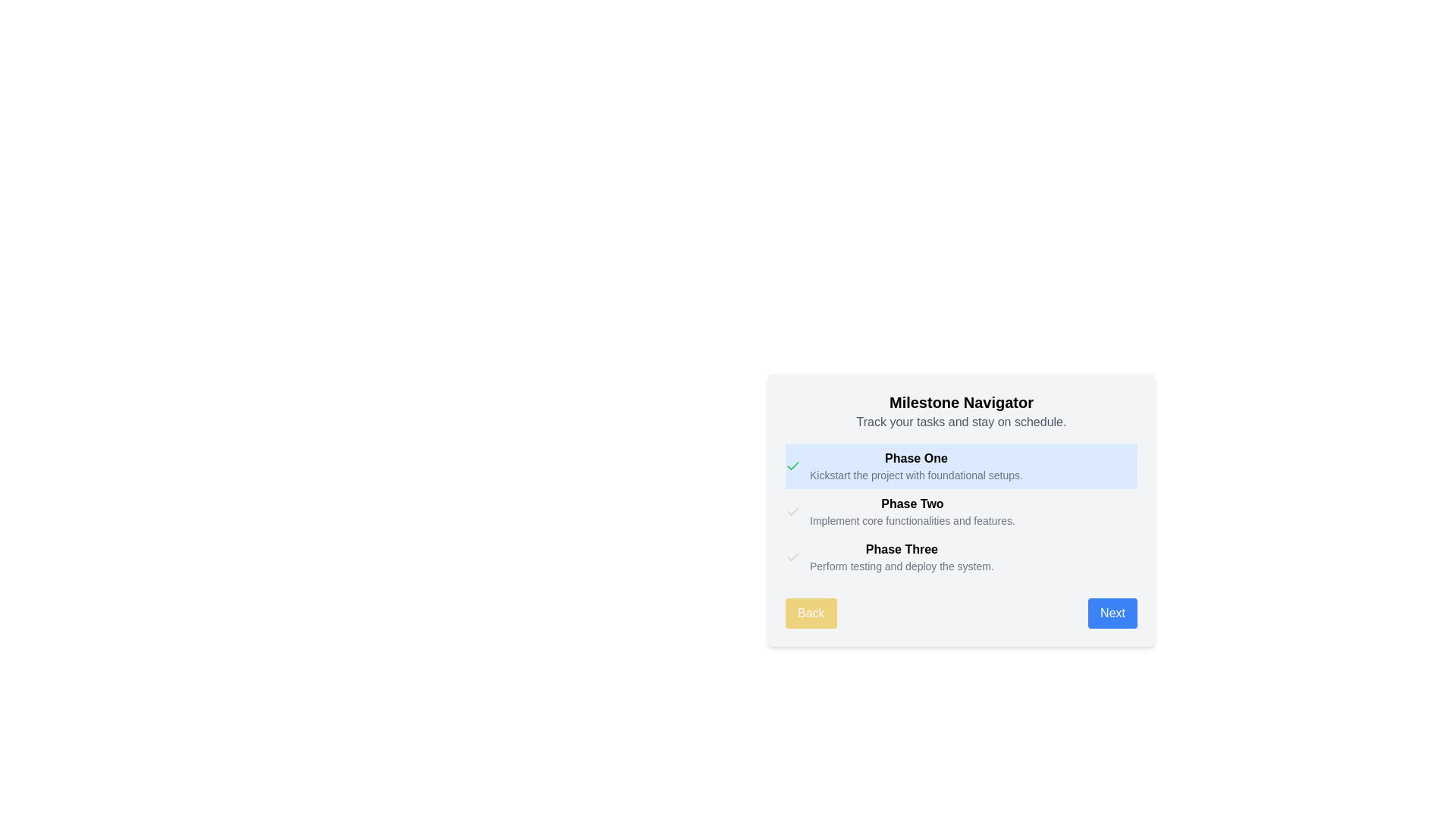  Describe the element at coordinates (792, 512) in the screenshot. I see `the checkmark icon located next to the text 'Phase Two' in the project phases list` at that location.